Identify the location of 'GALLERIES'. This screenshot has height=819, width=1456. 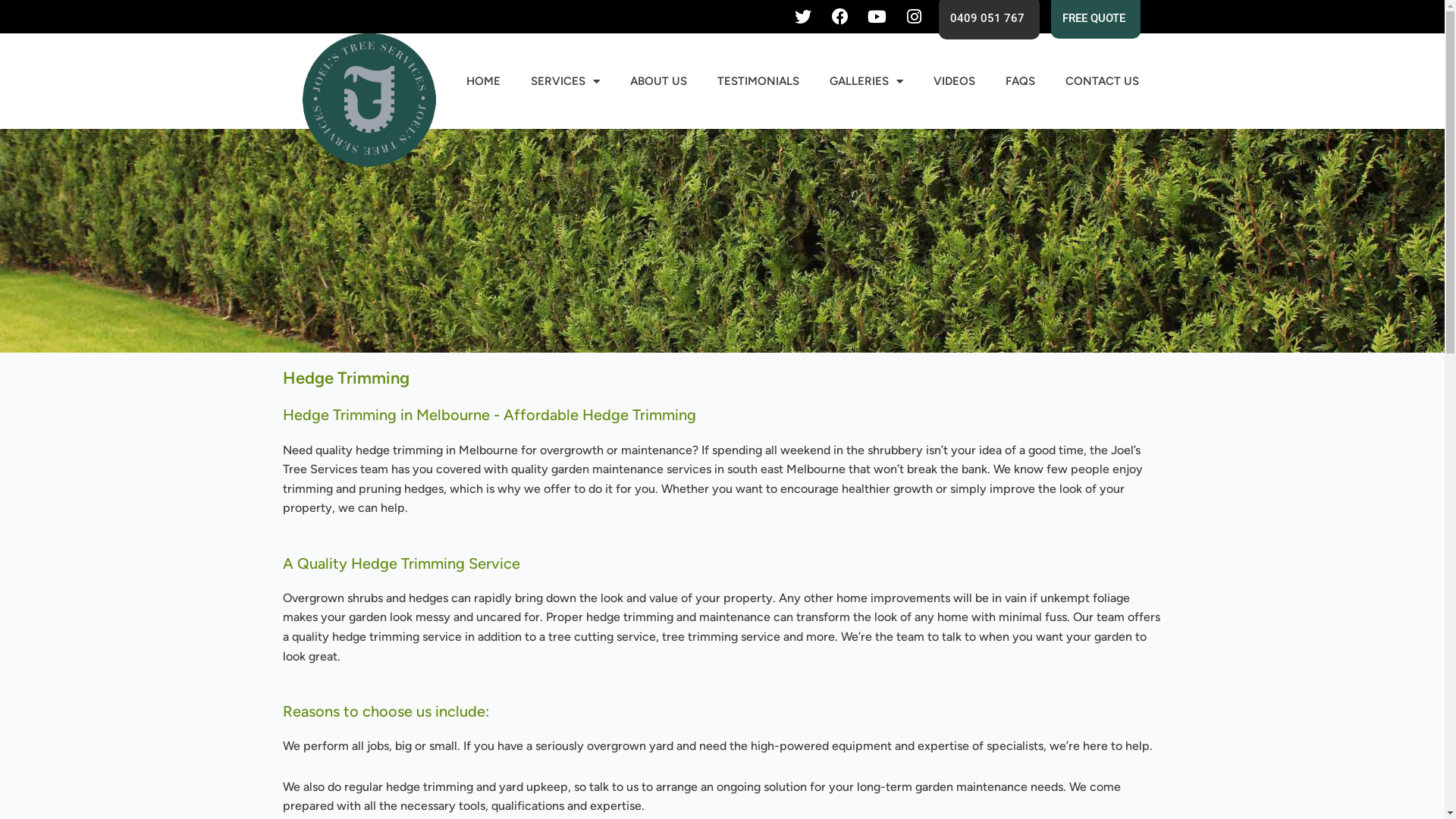
(866, 81).